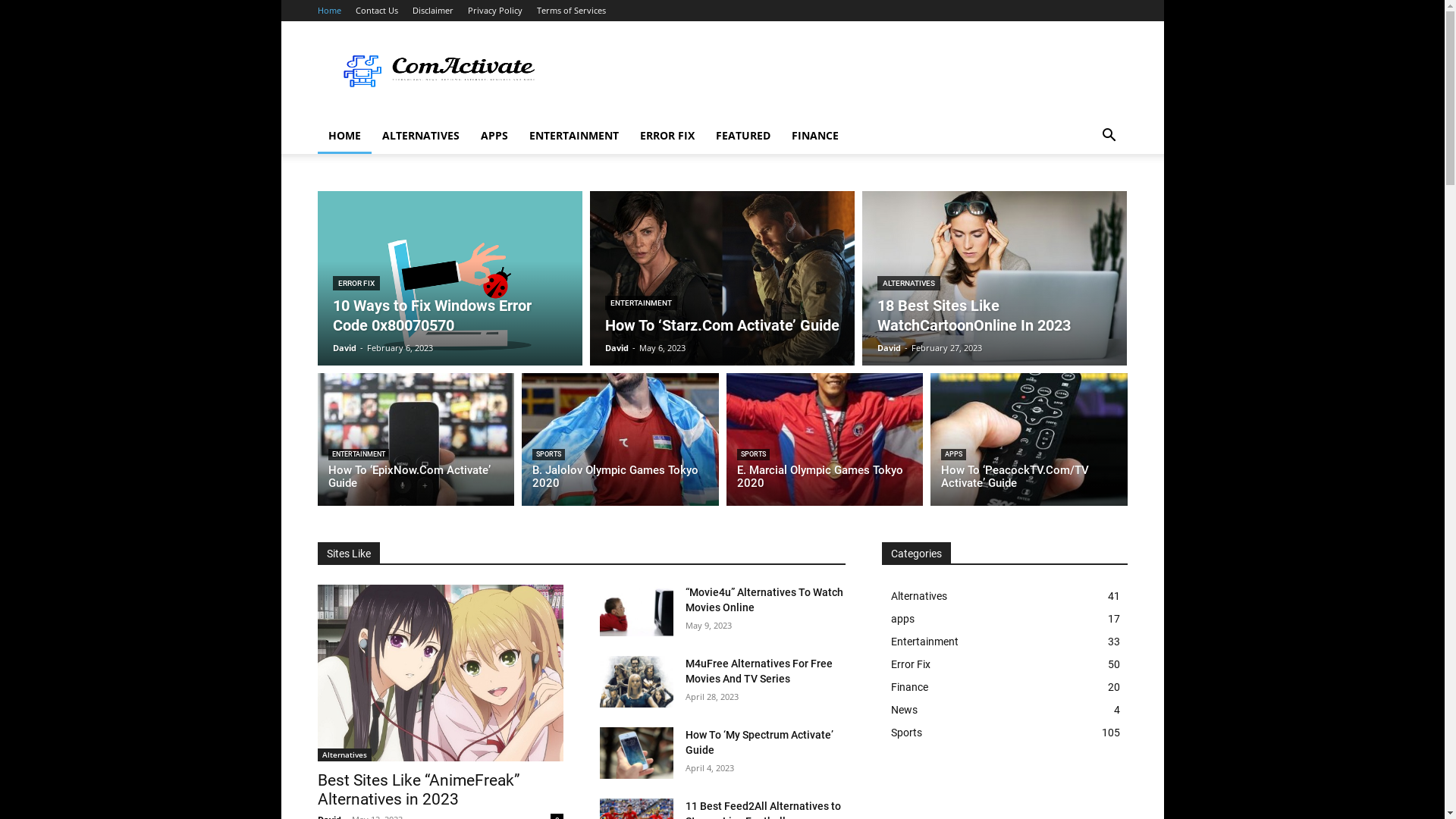 The height and width of the screenshot is (819, 1456). I want to click on '10 Ways to Fix Windows Error Code 0x80070570', so click(431, 315).